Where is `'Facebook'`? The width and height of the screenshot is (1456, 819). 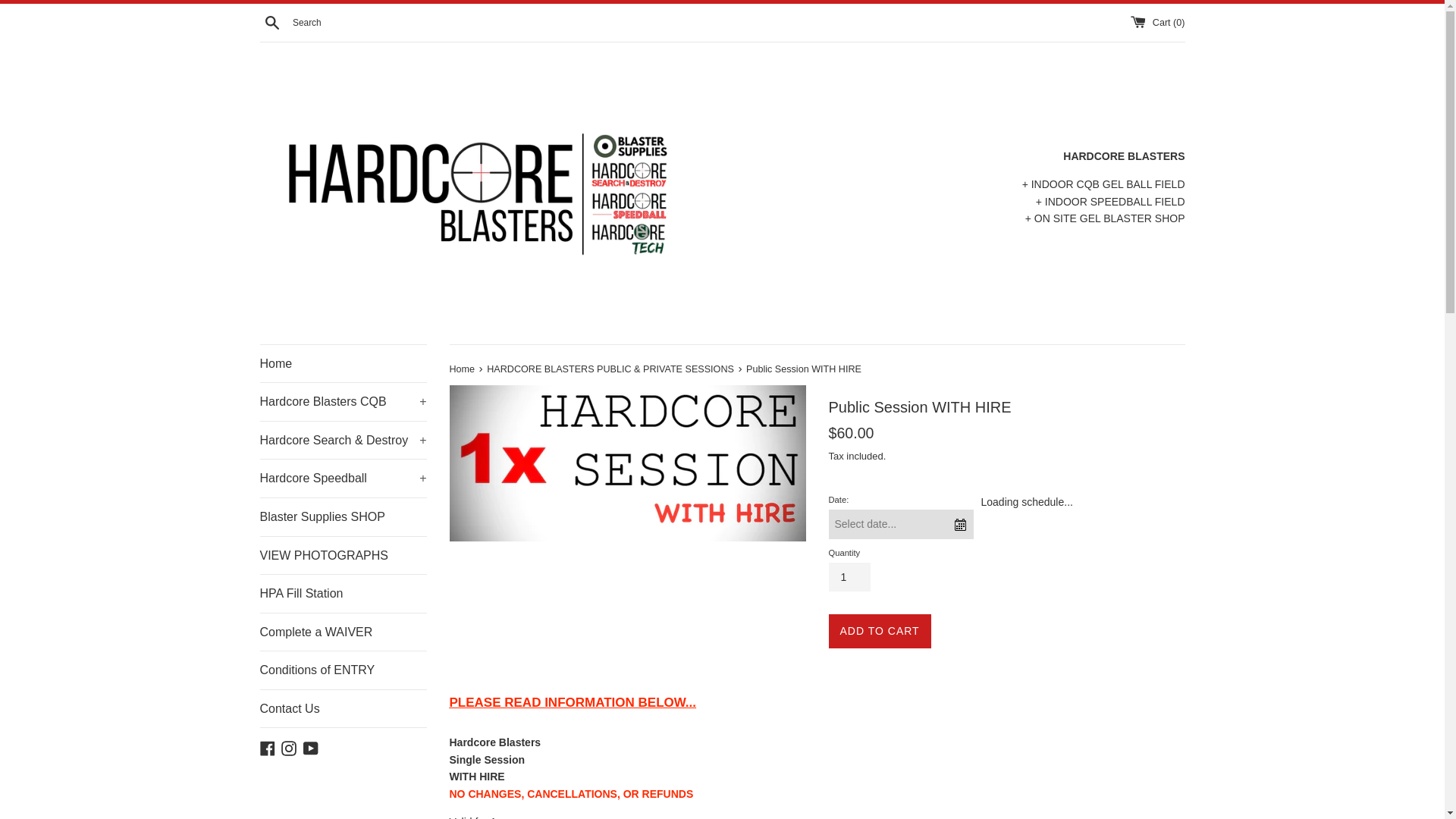
'Facebook' is located at coordinates (259, 745).